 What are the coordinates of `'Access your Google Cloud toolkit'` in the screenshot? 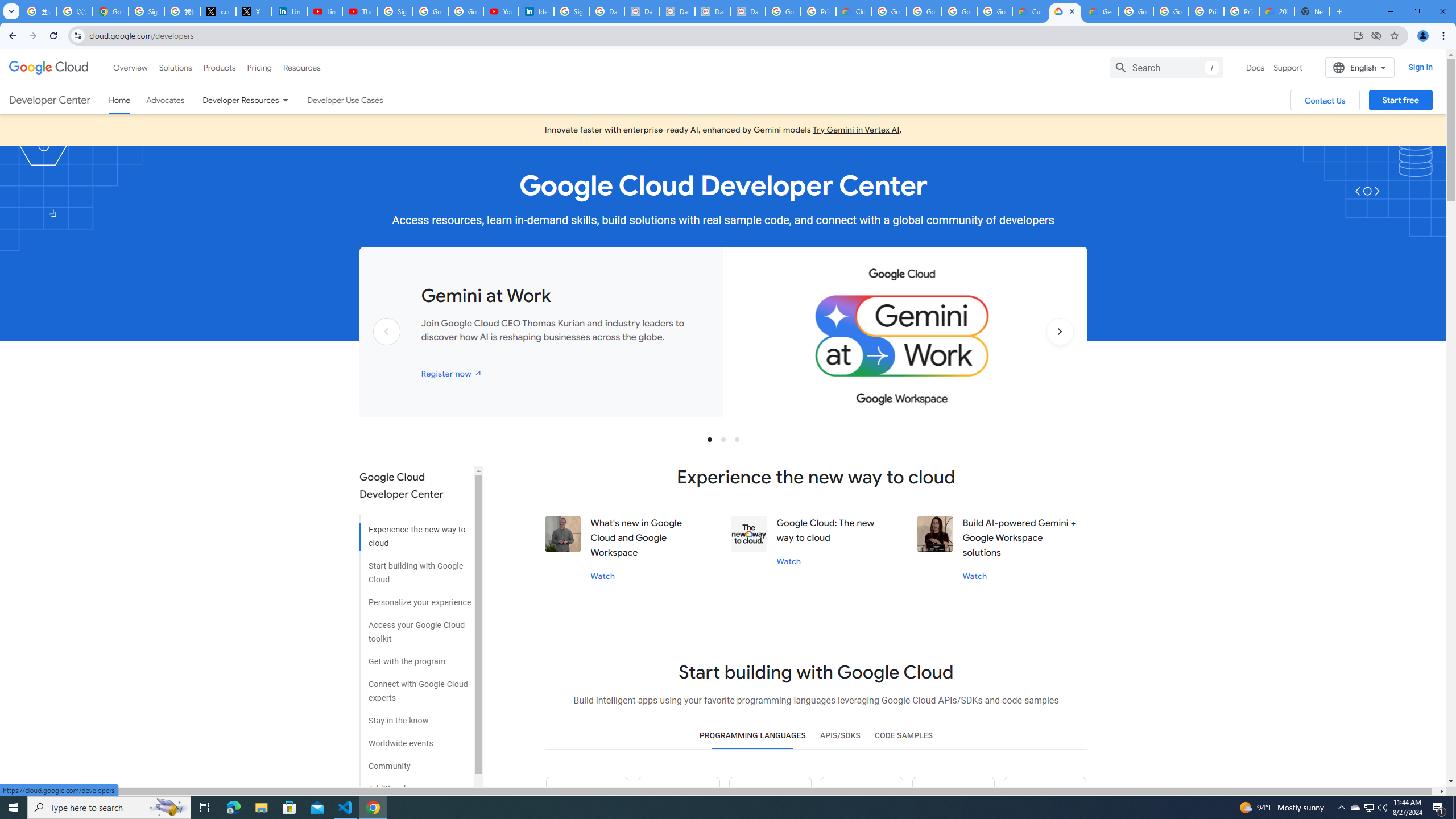 It's located at (415, 627).